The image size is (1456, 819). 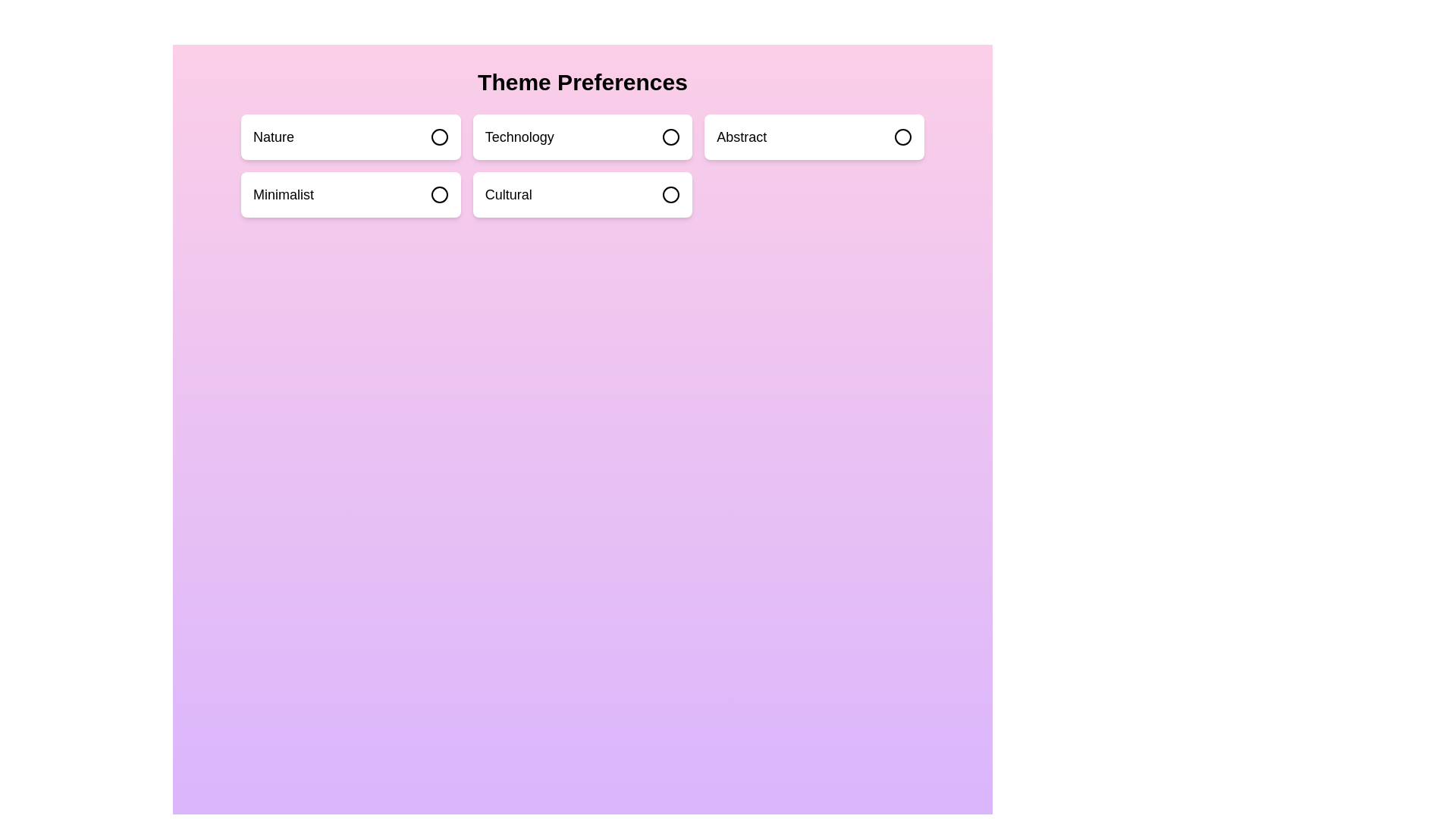 What do you see at coordinates (582, 137) in the screenshot?
I see `the theme box labeled Technology` at bounding box center [582, 137].